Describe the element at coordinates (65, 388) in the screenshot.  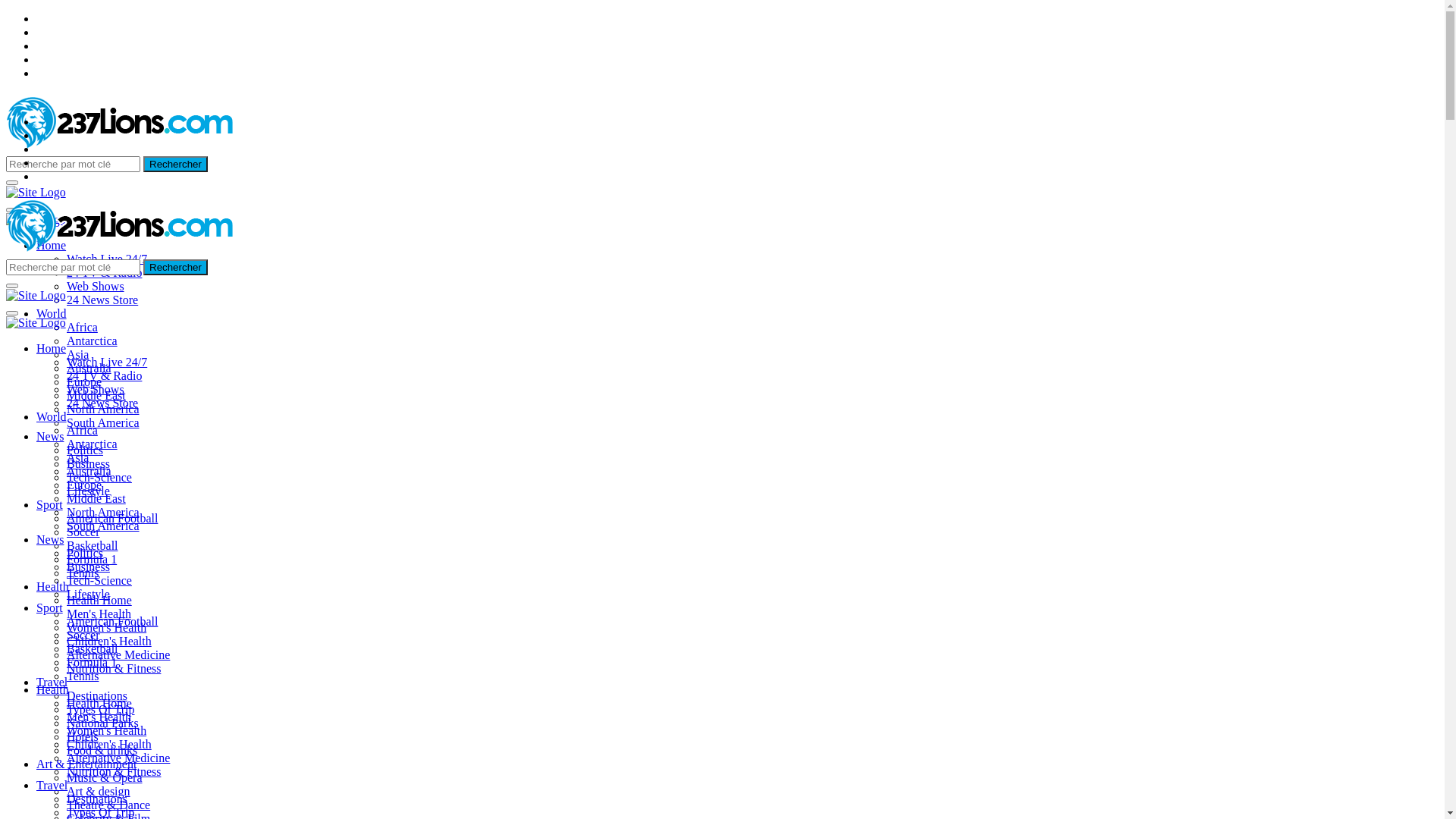
I see `'Web Shows'` at that location.